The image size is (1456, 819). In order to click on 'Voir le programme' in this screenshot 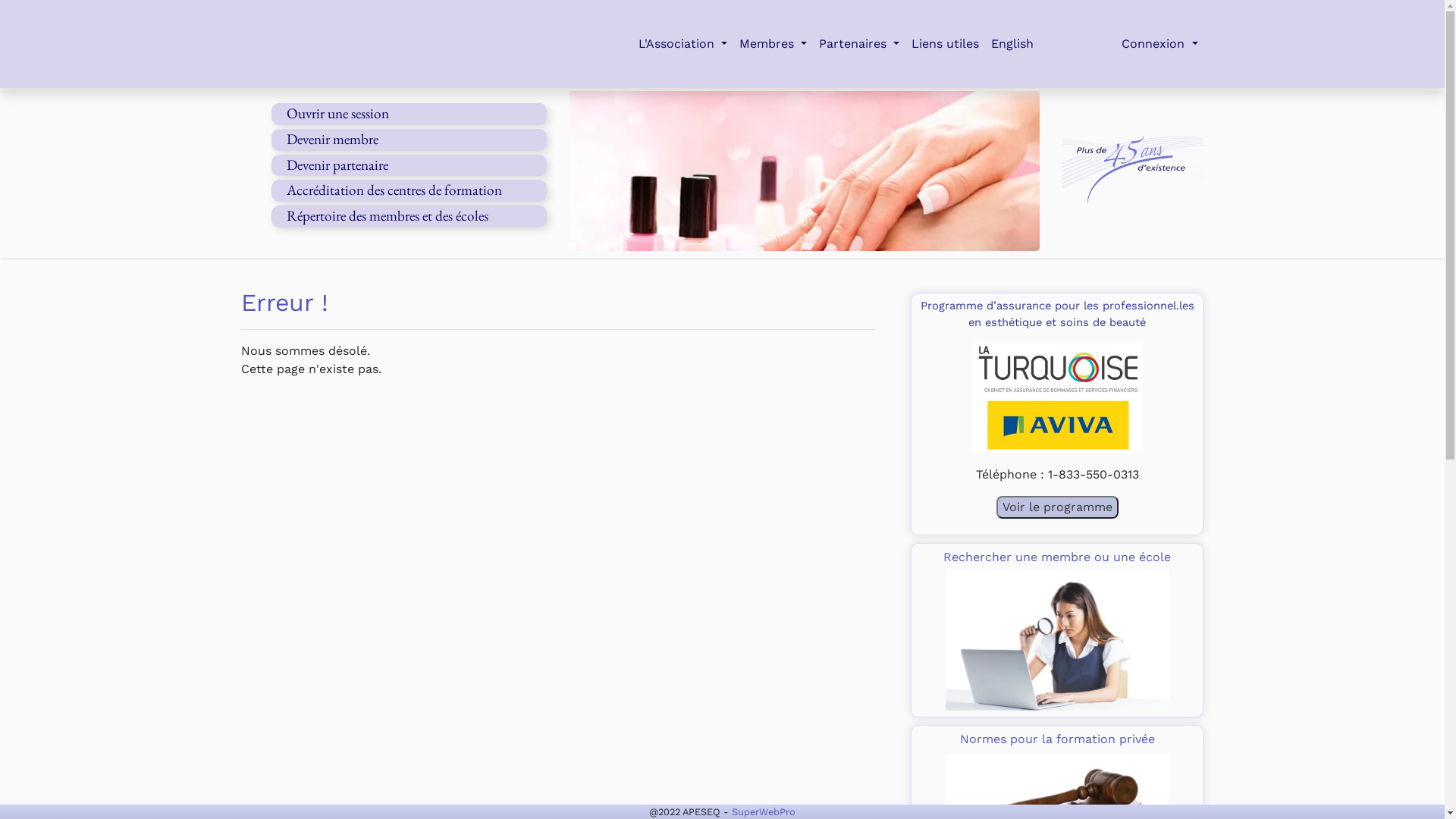, I will do `click(1056, 507)`.